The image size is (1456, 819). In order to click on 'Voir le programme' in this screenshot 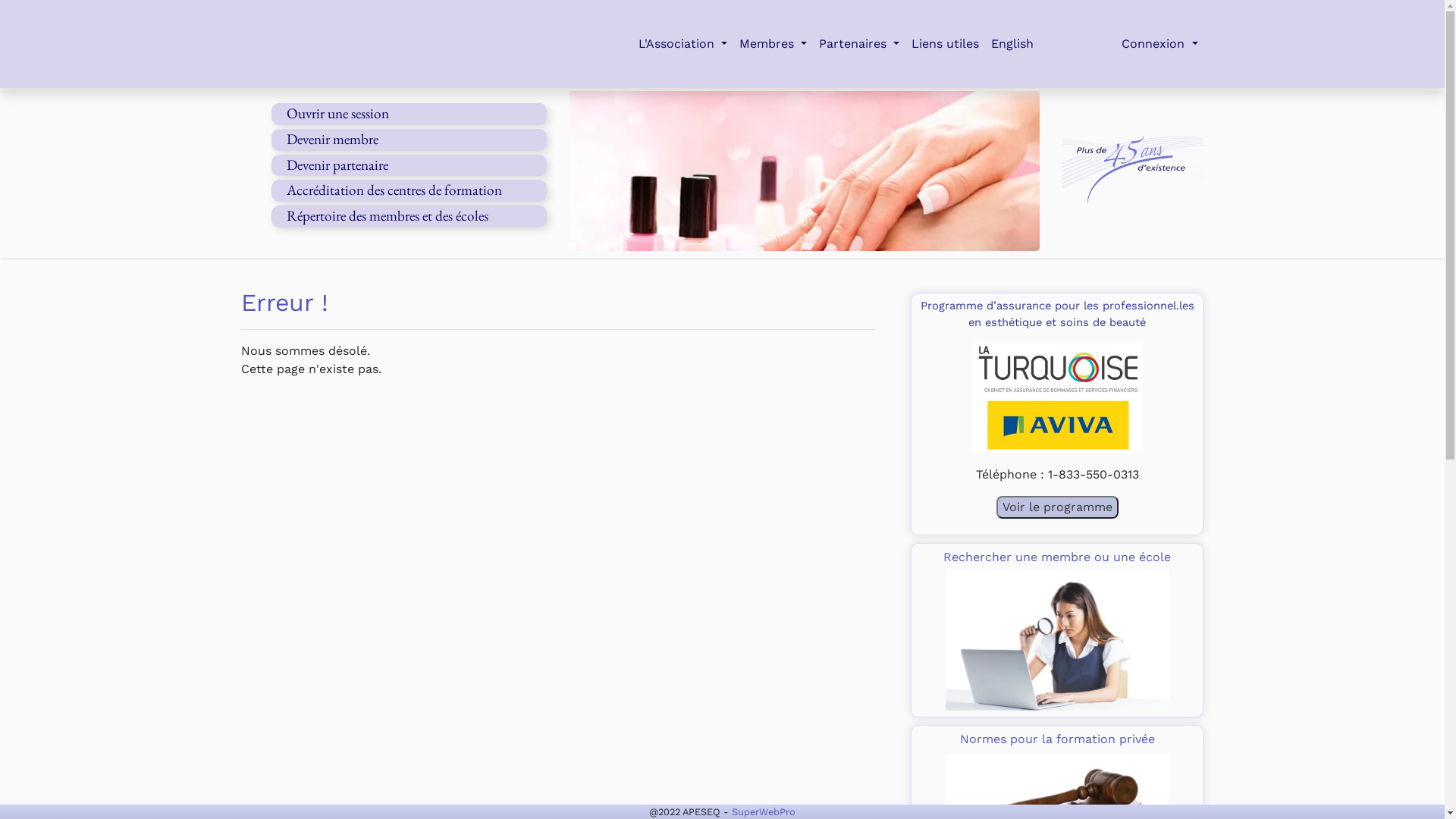, I will do `click(1056, 507)`.